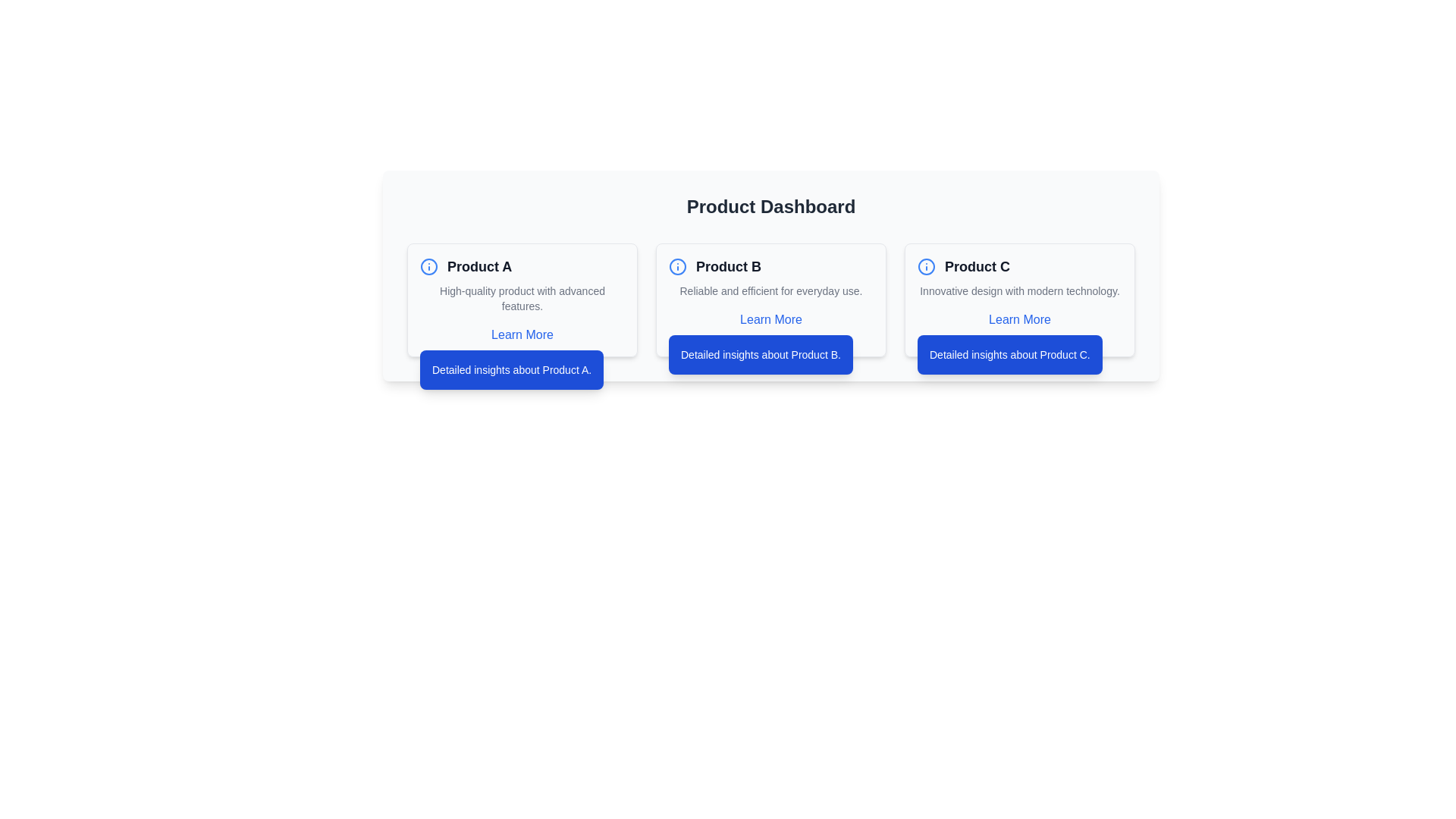 This screenshot has width=1456, height=819. Describe the element at coordinates (771, 291) in the screenshot. I see `the text label that reads 'Reliable and efficient for everyday use.' located below the 'Product B' title in the product card for 'Product B'` at that location.